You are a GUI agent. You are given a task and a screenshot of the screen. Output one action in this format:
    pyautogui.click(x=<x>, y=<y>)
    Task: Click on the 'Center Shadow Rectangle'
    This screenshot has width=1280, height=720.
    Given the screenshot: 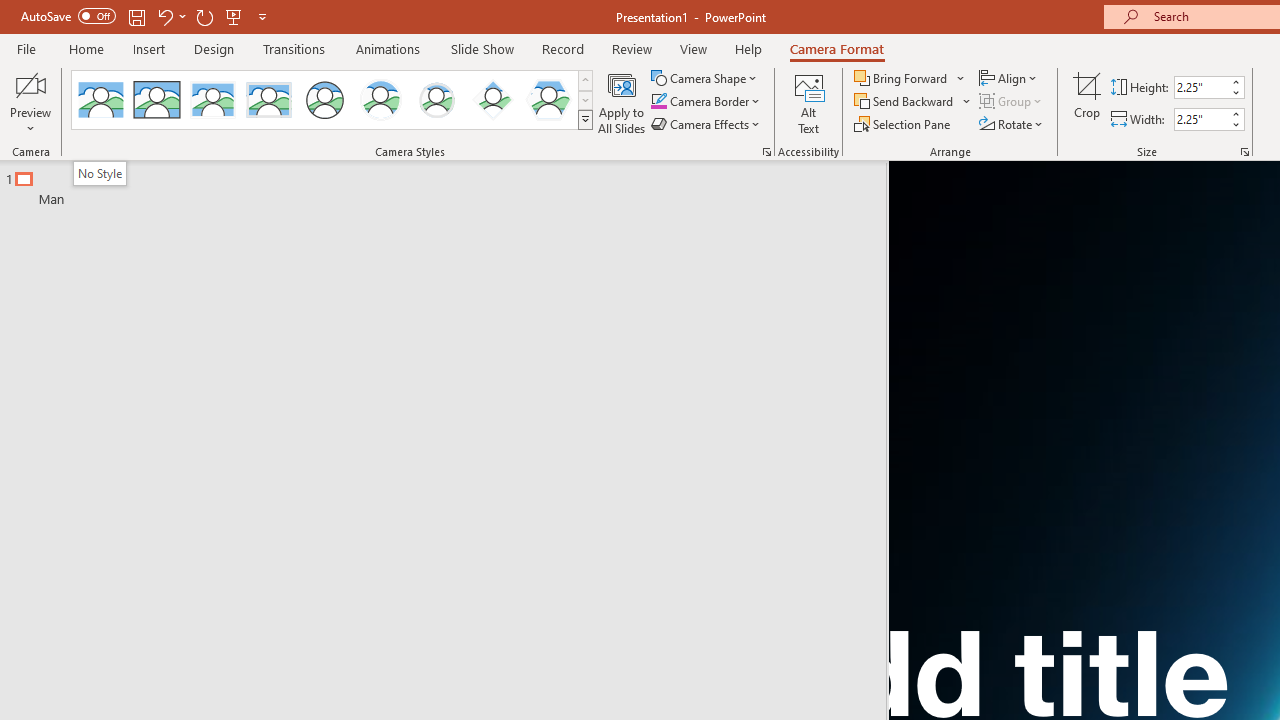 What is the action you would take?
    pyautogui.click(x=213, y=100)
    